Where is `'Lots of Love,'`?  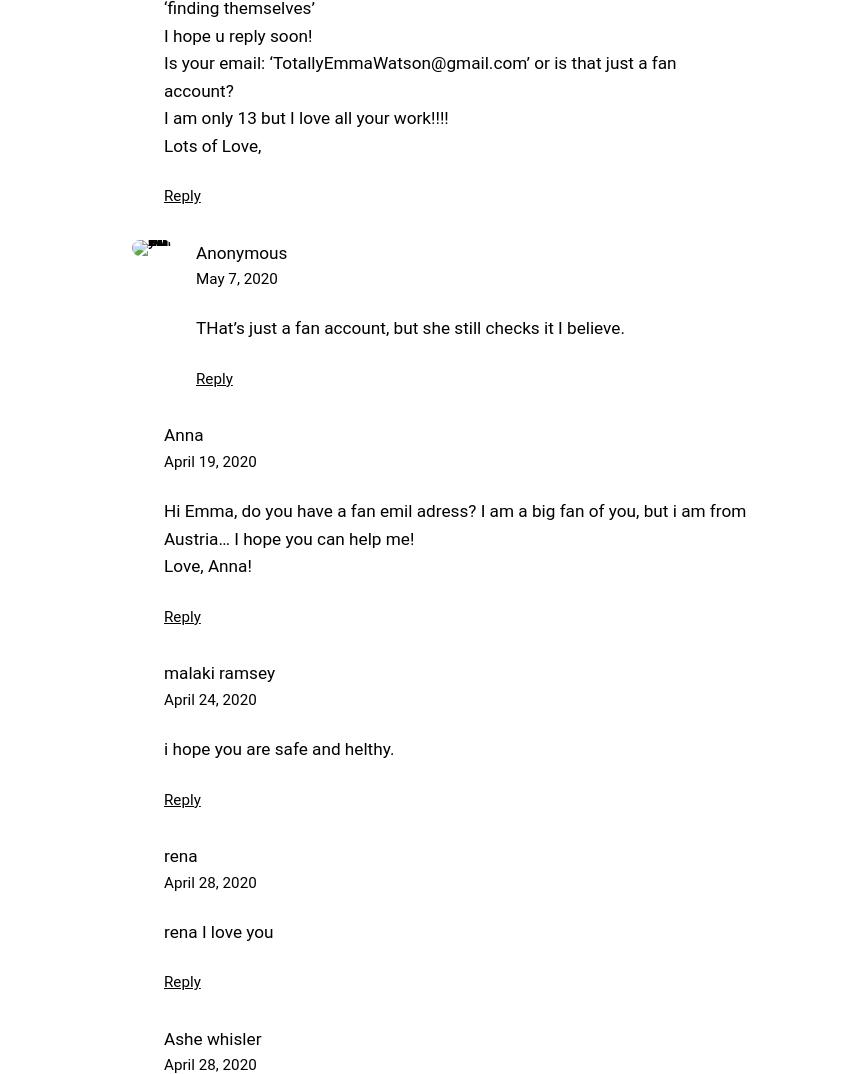
'Lots of Love,' is located at coordinates (163, 143).